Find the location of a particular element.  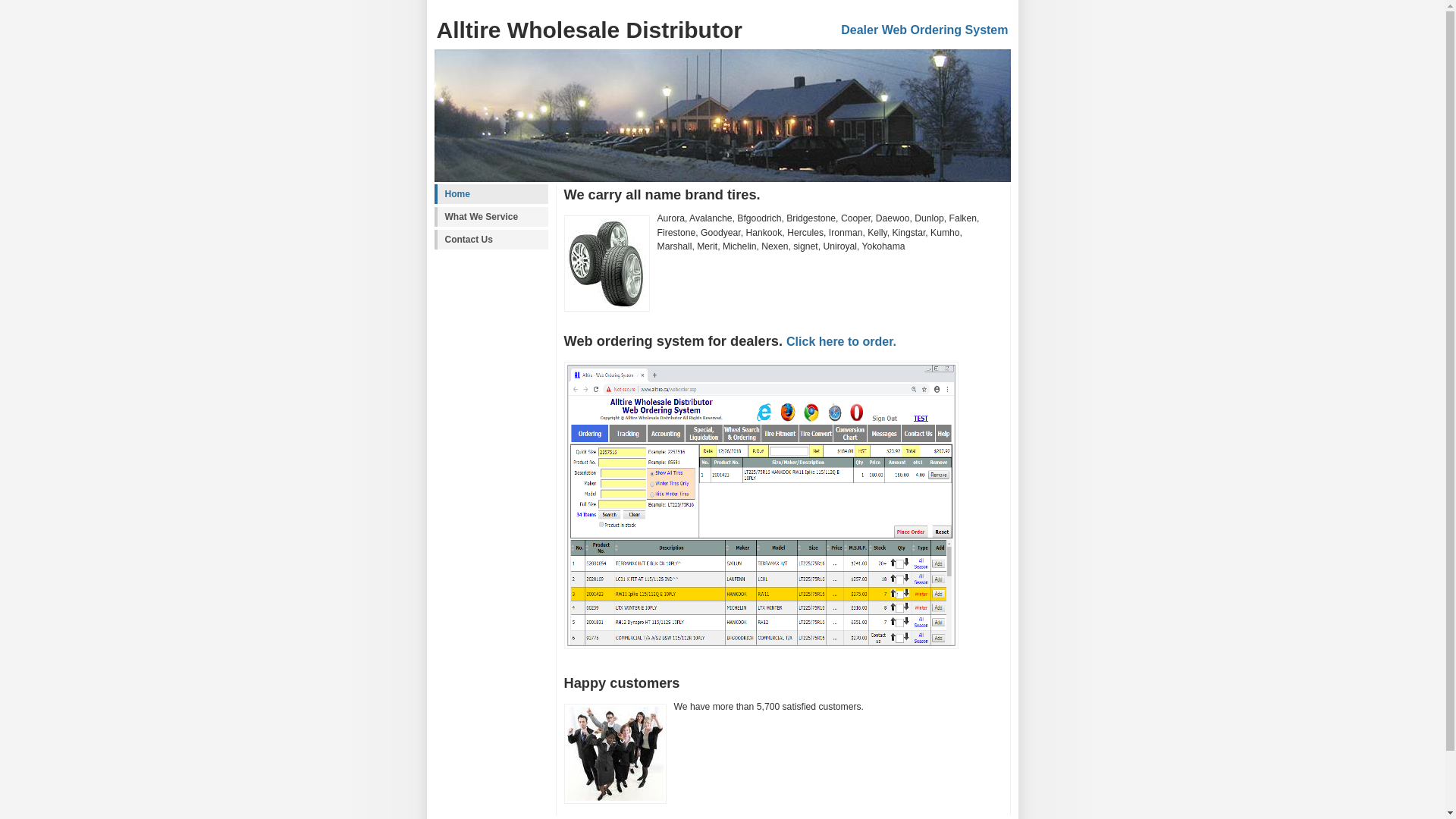

'What We Service' is located at coordinates (491, 216).